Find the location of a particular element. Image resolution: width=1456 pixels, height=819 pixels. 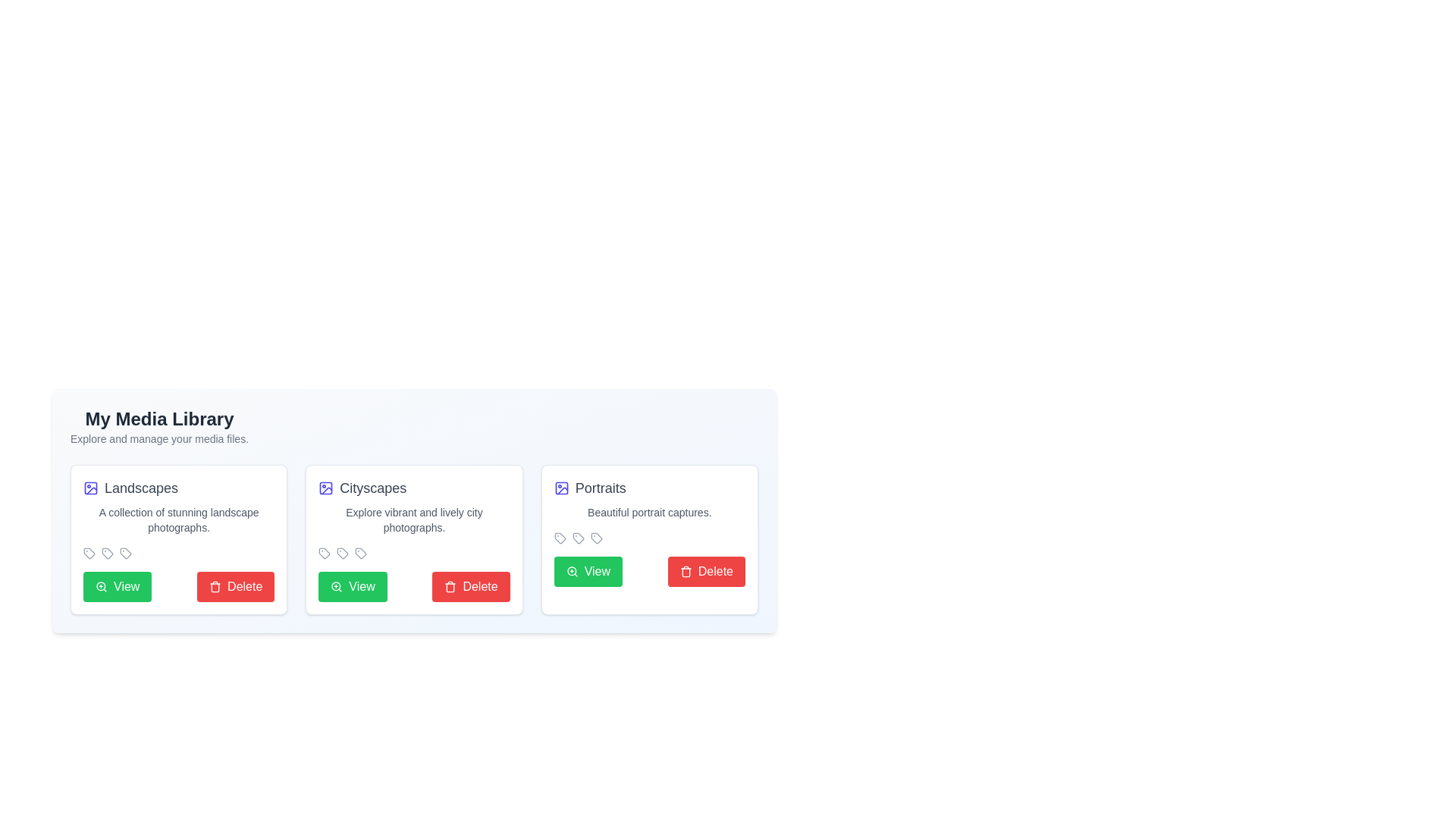

displayed text of the 'Delete' label within the 'Delete' button located at the bottom right of the 'Landscapes' media card is located at coordinates (245, 586).